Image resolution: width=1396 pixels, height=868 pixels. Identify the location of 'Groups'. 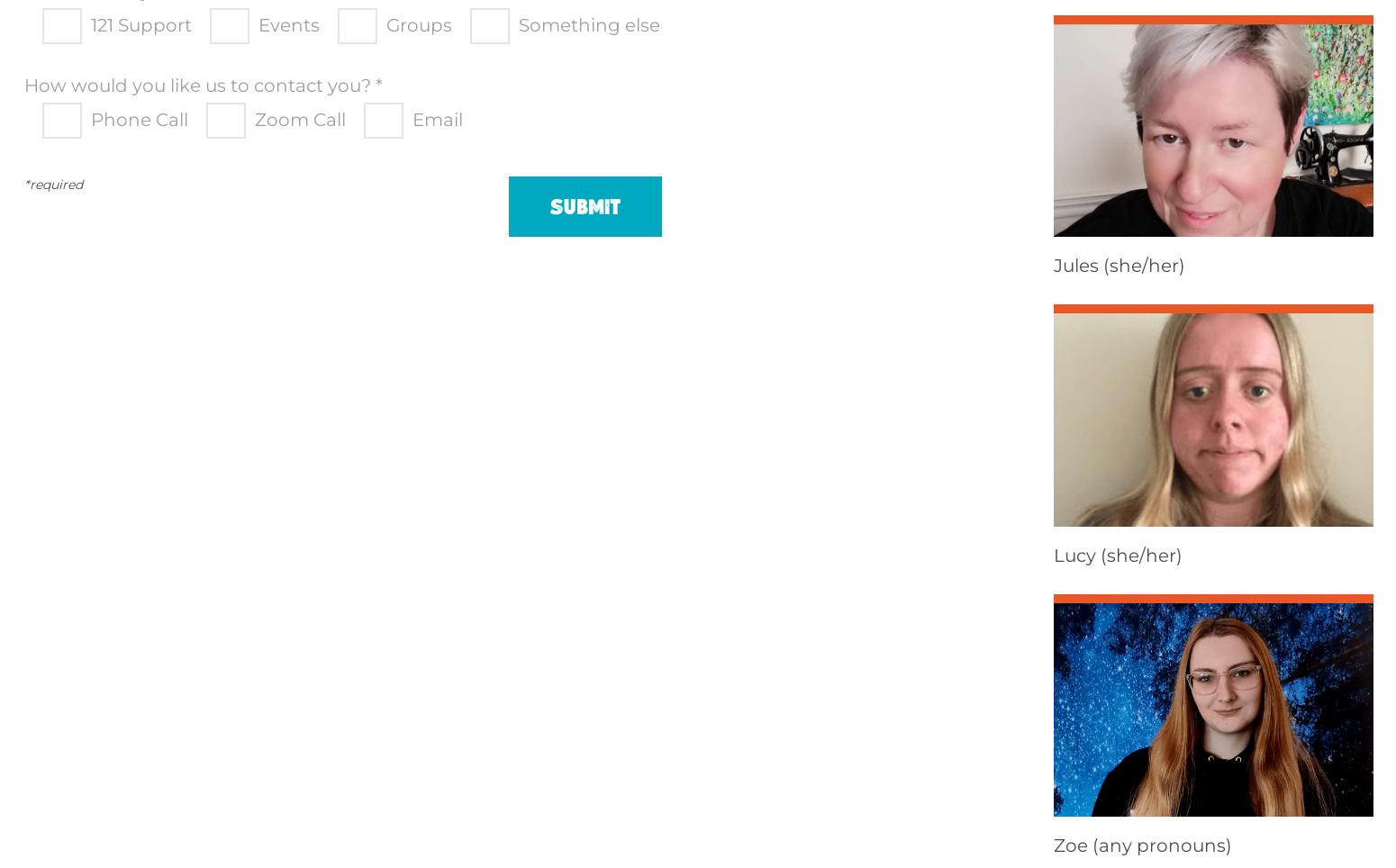
(419, 23).